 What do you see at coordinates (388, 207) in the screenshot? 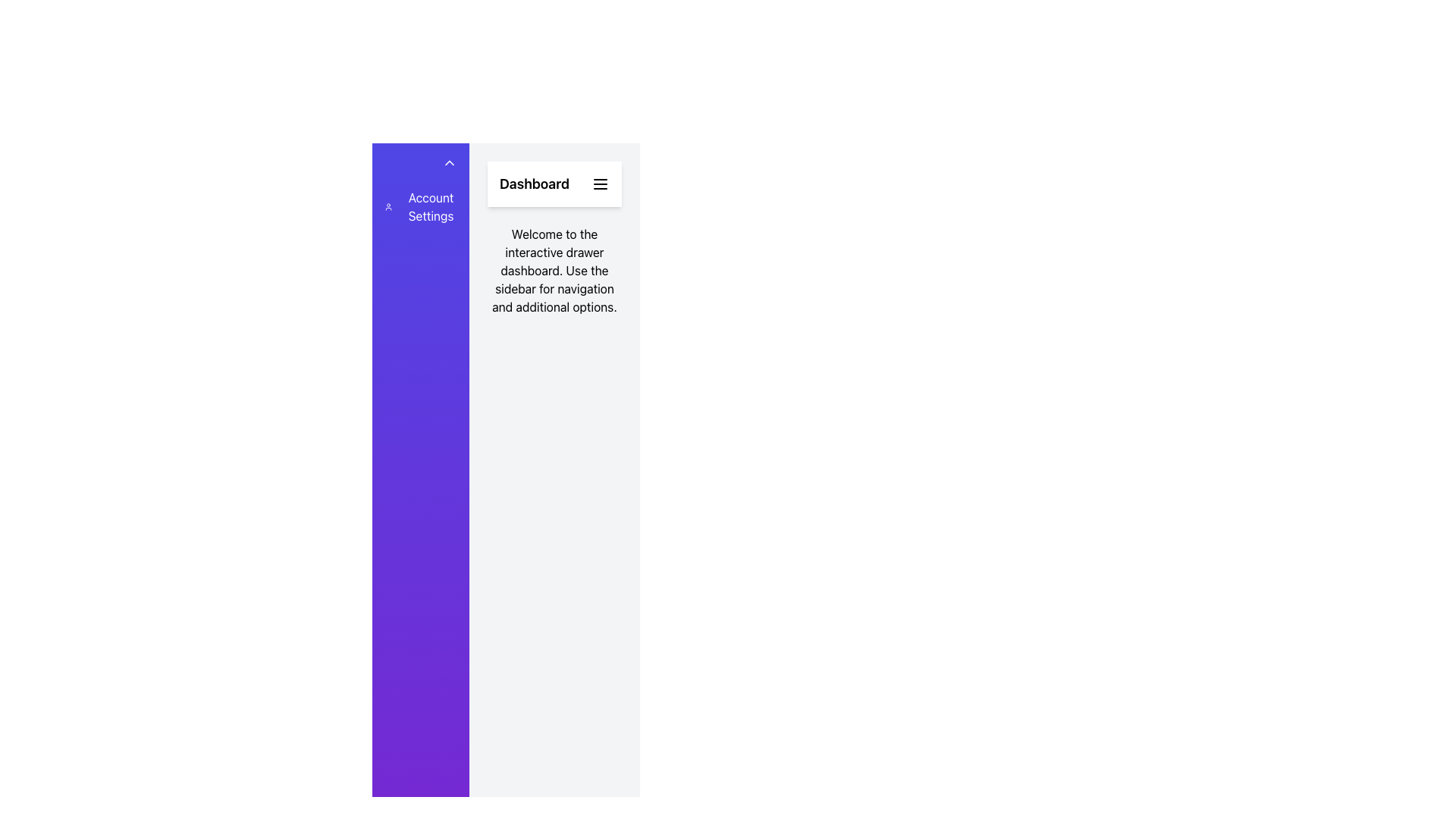
I see `the user profile icon, which is a small, outlined human head and shoulders icon on a purple background, located to the left of 'Account Settings' in the vertical menu bar` at bounding box center [388, 207].